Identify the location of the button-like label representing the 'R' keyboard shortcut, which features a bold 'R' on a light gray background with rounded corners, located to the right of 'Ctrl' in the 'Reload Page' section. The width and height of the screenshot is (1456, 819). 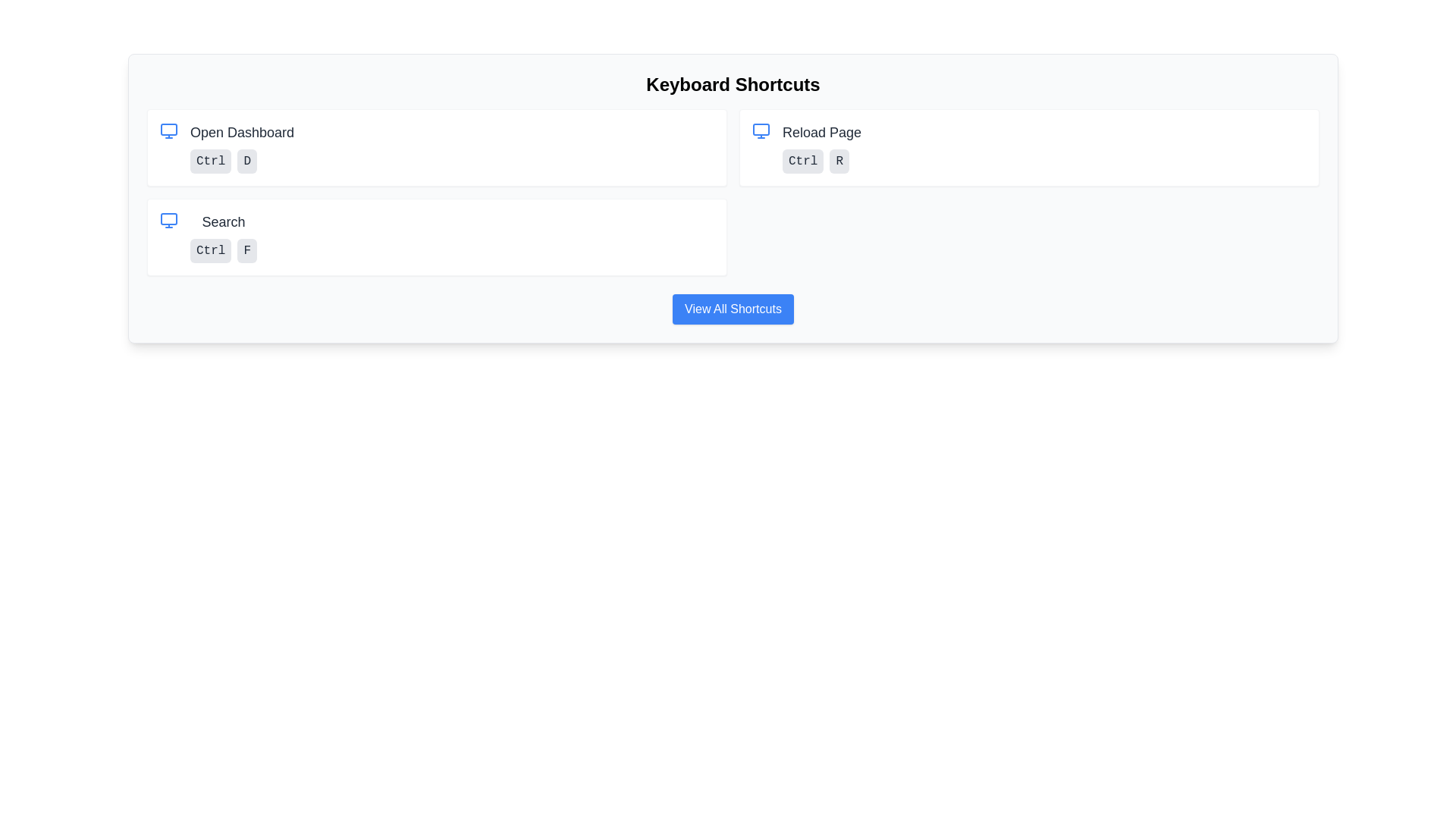
(839, 161).